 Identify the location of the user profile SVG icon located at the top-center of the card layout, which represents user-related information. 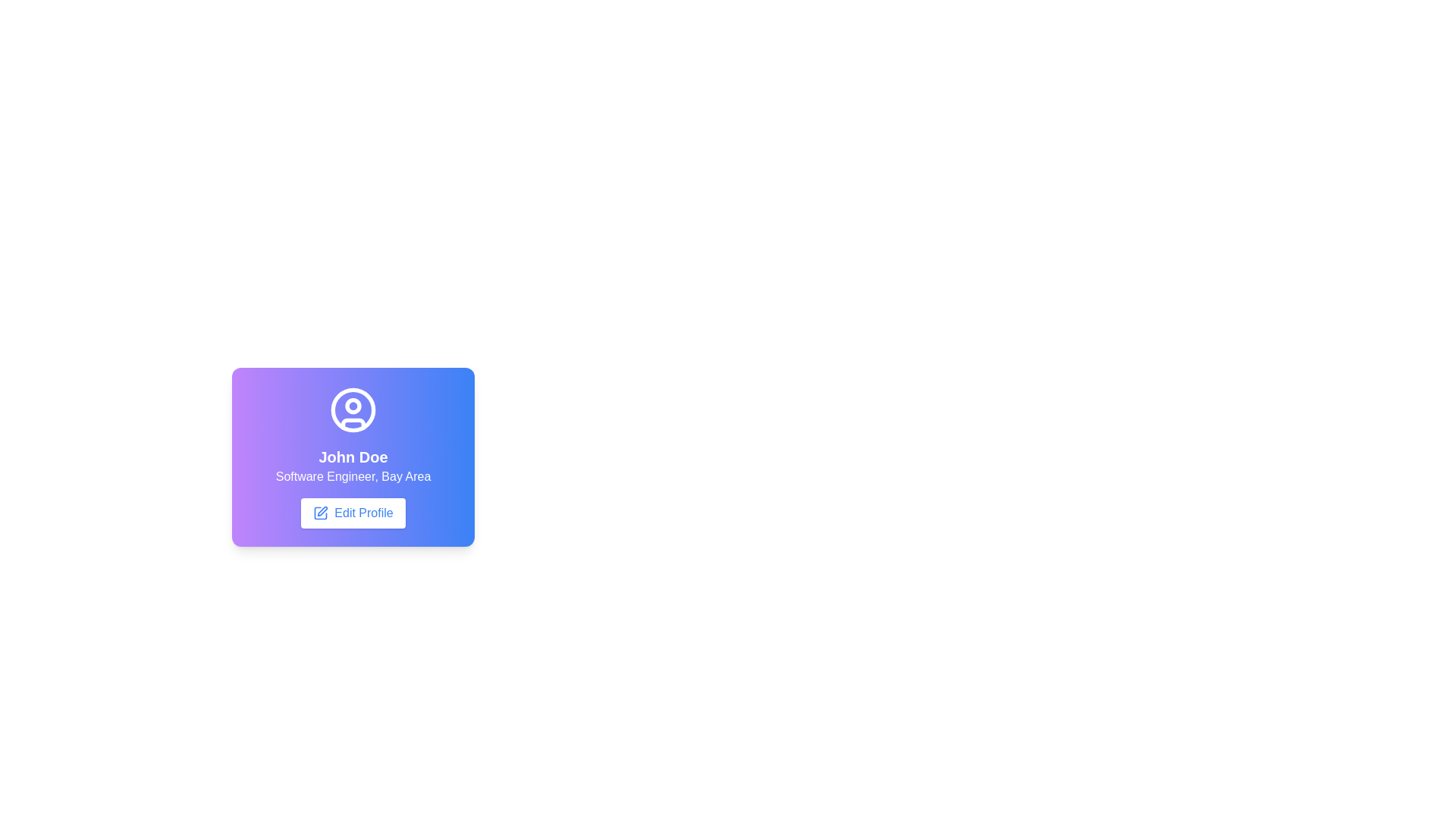
(352, 409).